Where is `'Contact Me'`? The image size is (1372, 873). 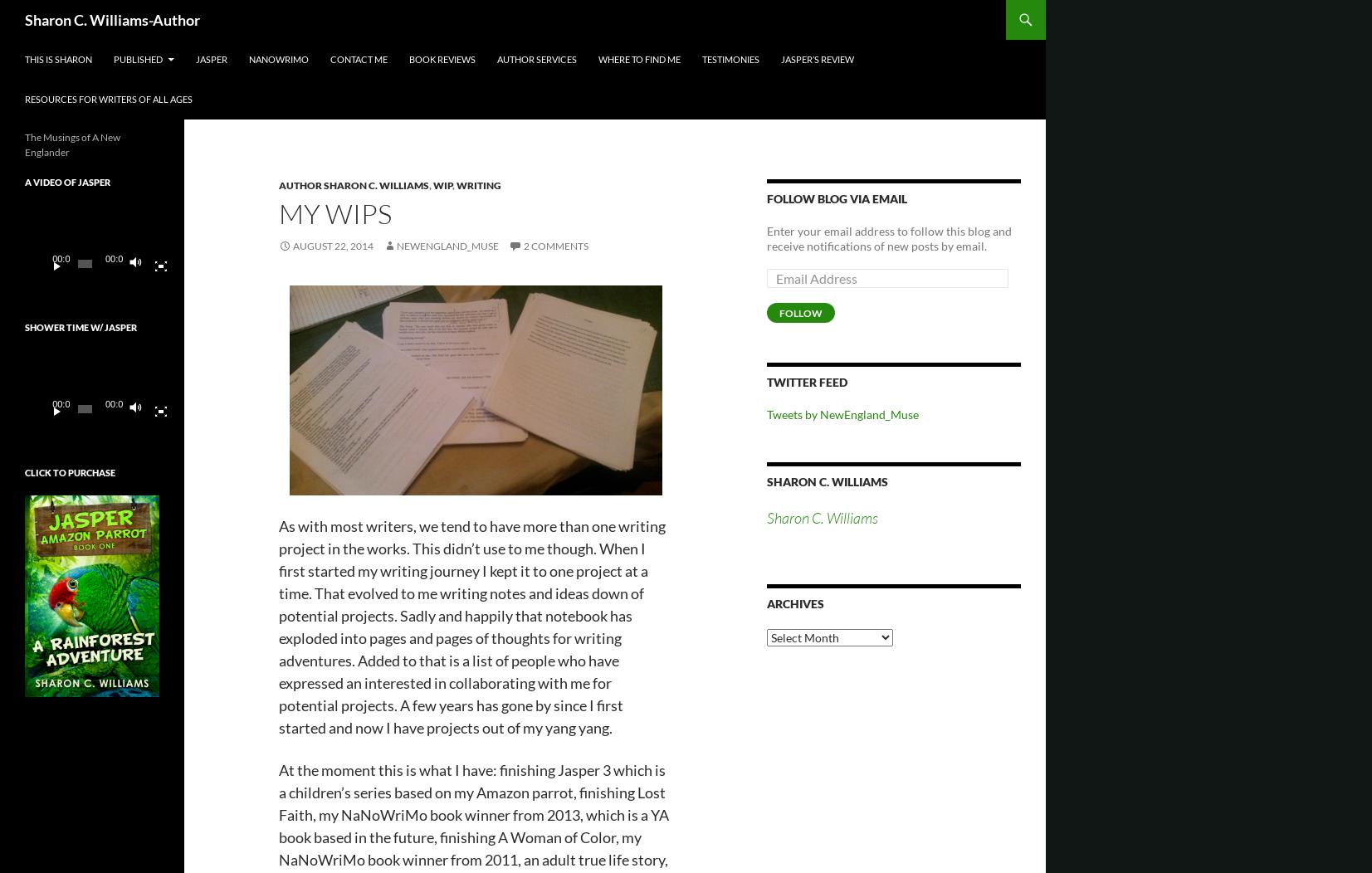 'Contact Me' is located at coordinates (330, 58).